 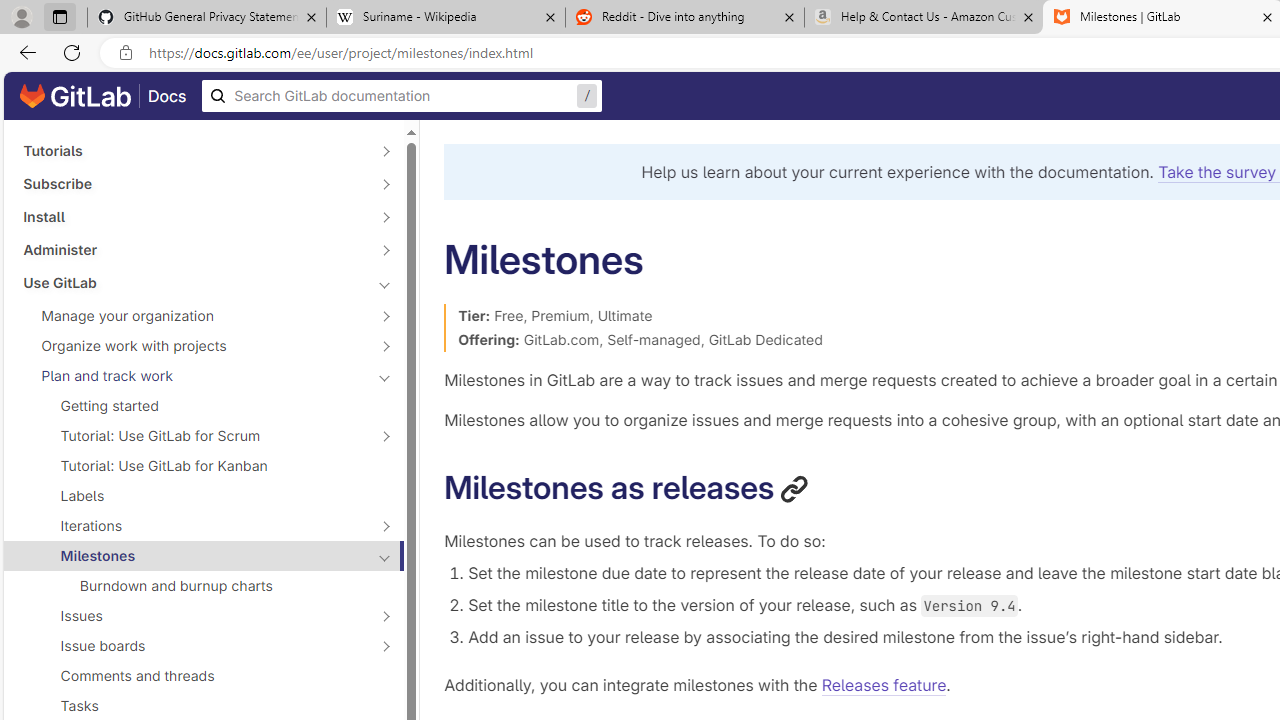 What do you see at coordinates (192, 282) in the screenshot?
I see `'Use GitLab'` at bounding box center [192, 282].